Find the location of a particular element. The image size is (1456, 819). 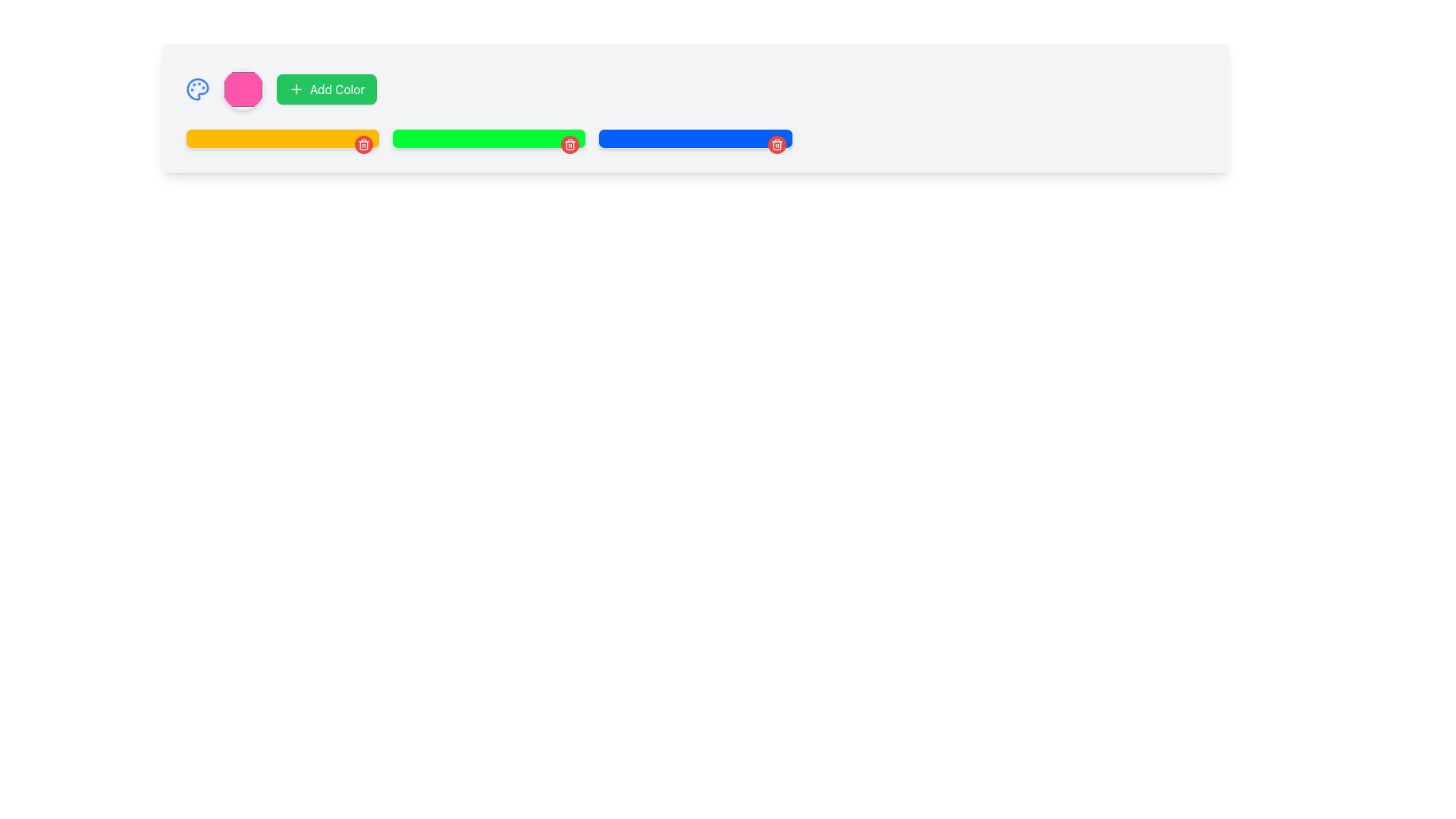

the Circular Icon Button located at the top-right corner of the blue rectangular section is located at coordinates (777, 145).